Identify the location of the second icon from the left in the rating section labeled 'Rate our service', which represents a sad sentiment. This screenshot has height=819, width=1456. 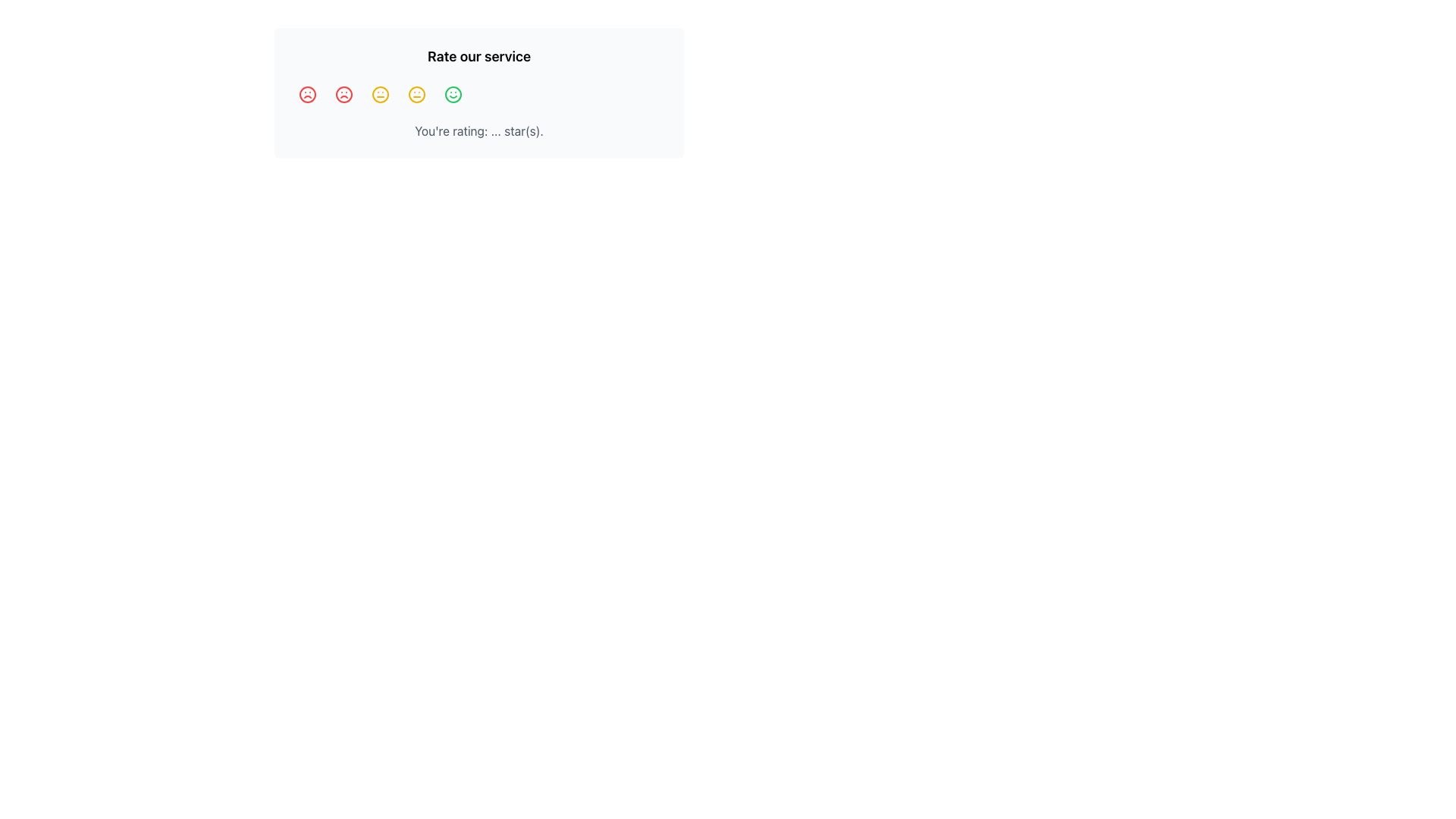
(344, 94).